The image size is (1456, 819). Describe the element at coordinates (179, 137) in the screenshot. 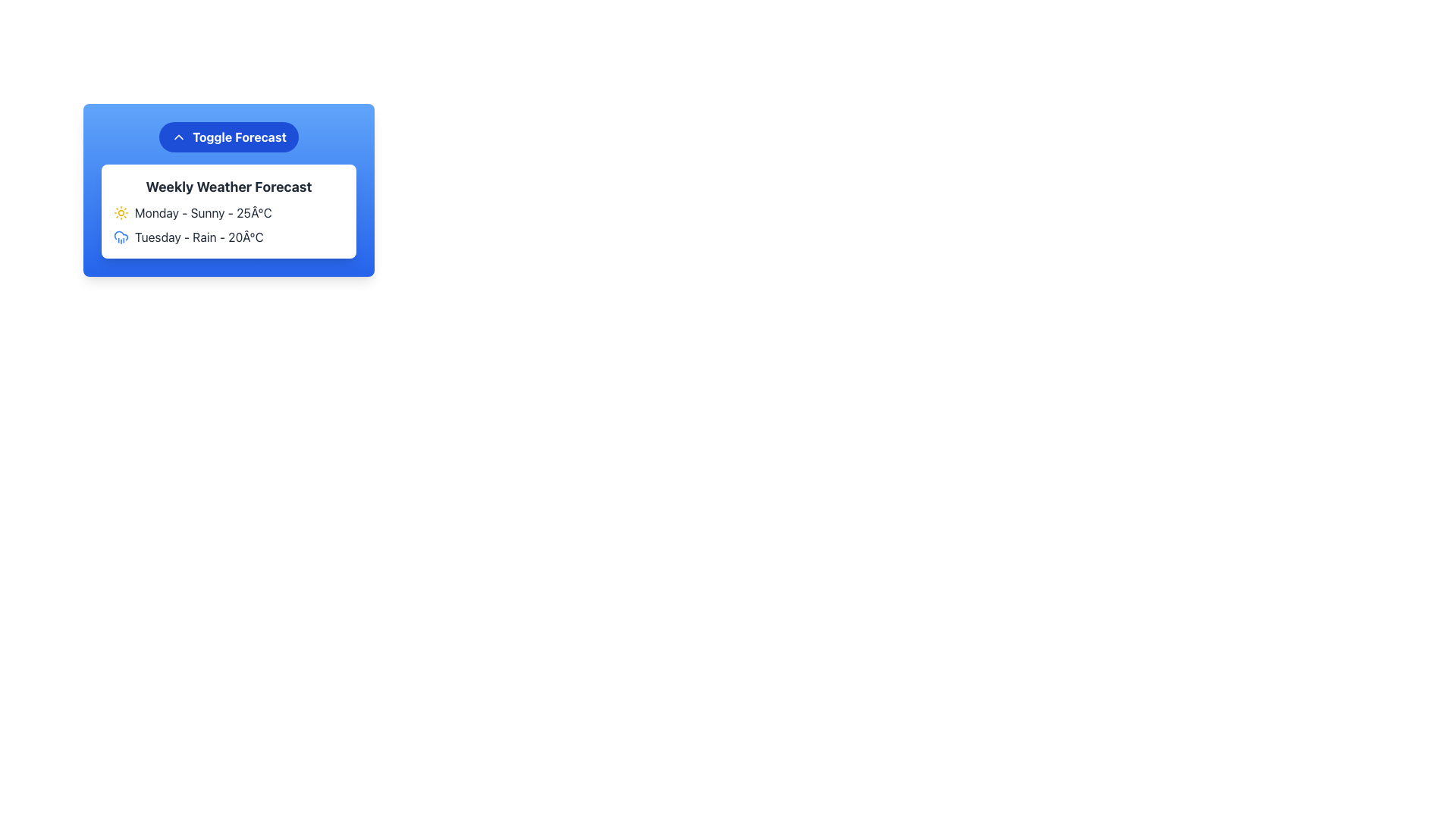

I see `the chevron-up icon located at the leftmost part of the 'Toggle Forecast' button` at that location.